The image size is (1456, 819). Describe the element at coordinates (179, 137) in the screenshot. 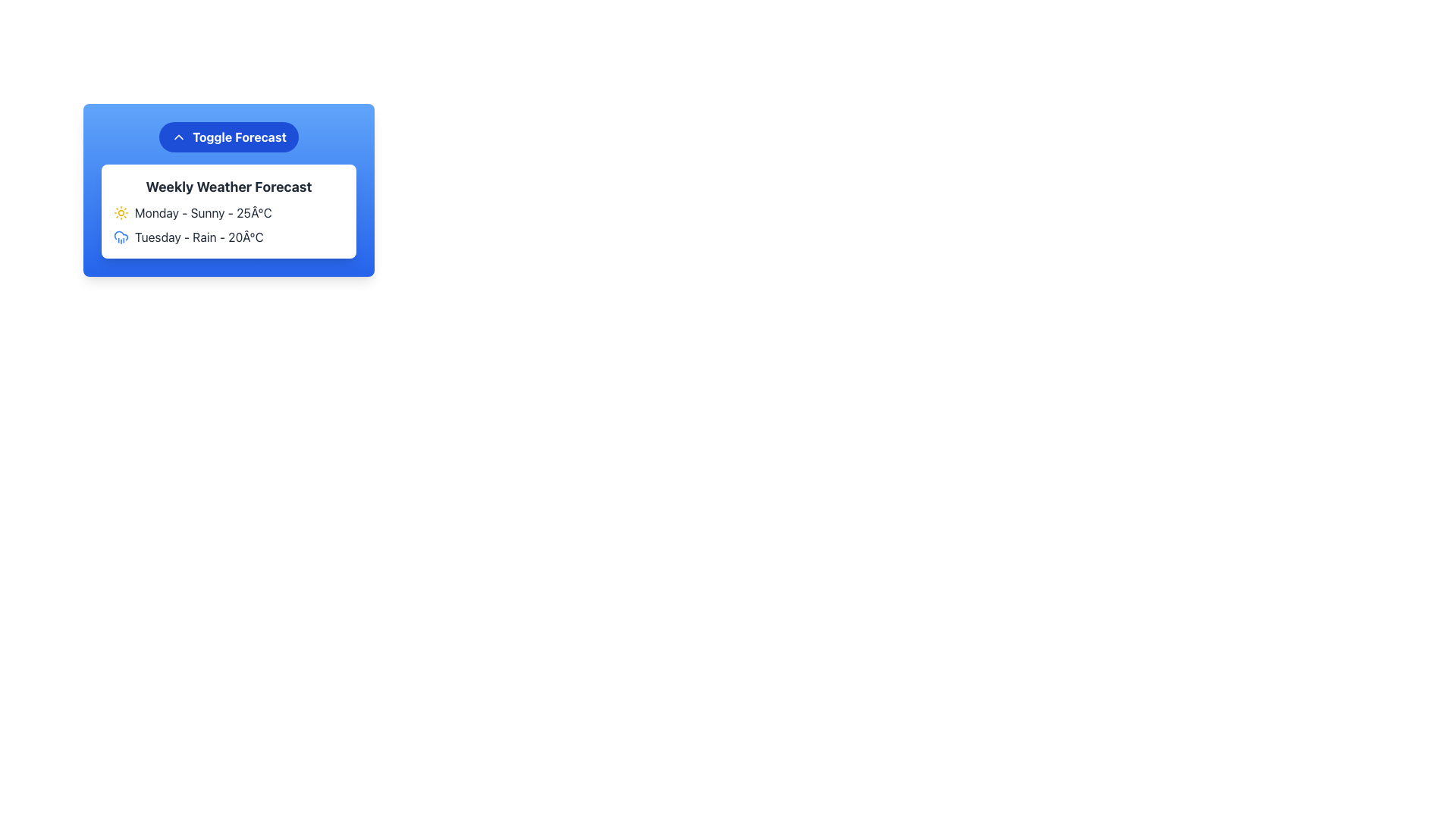

I see `the chevron-up icon located at the leftmost part of the 'Toggle Forecast' button` at that location.